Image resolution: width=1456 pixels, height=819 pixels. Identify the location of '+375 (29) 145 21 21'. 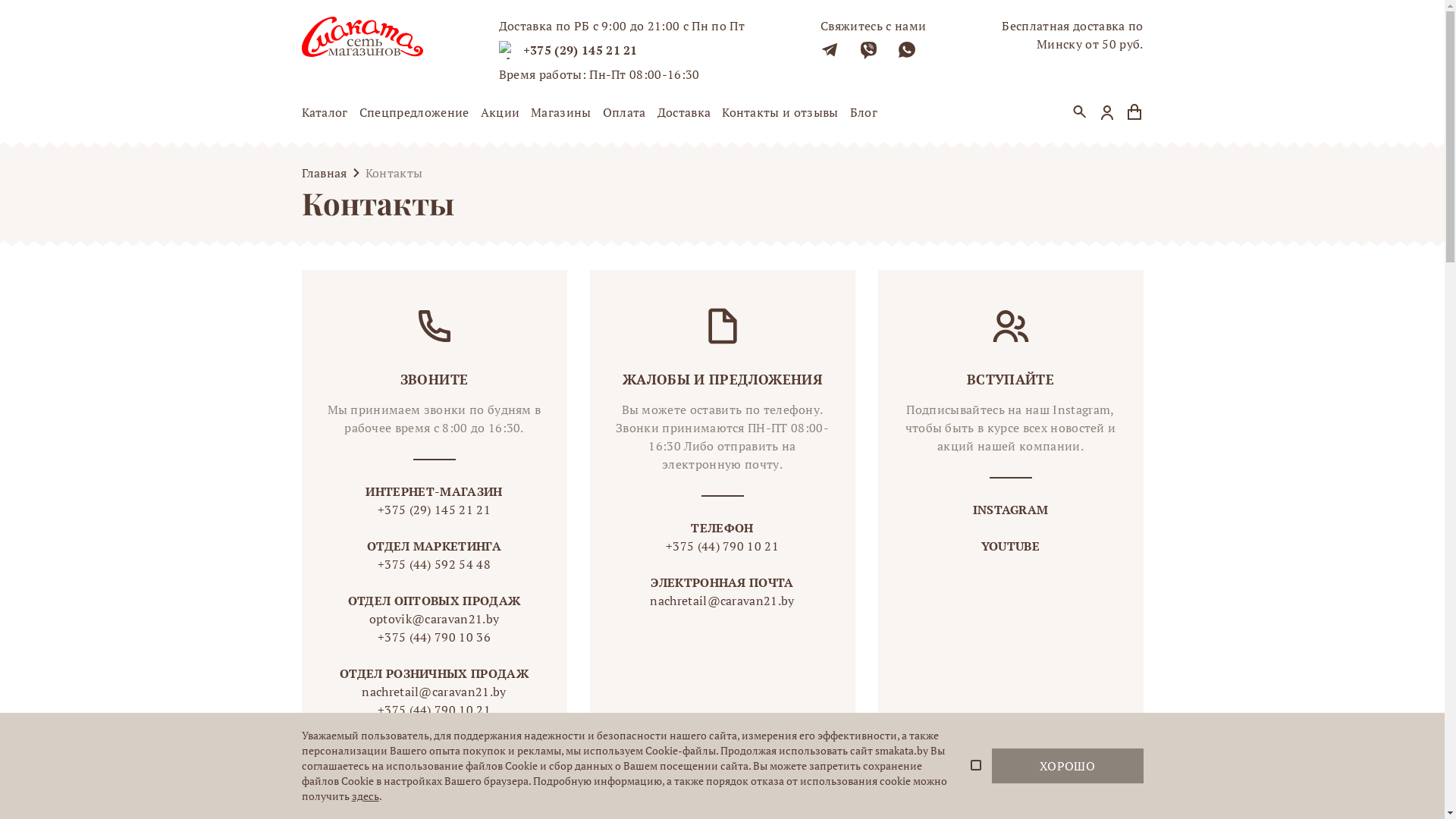
(579, 49).